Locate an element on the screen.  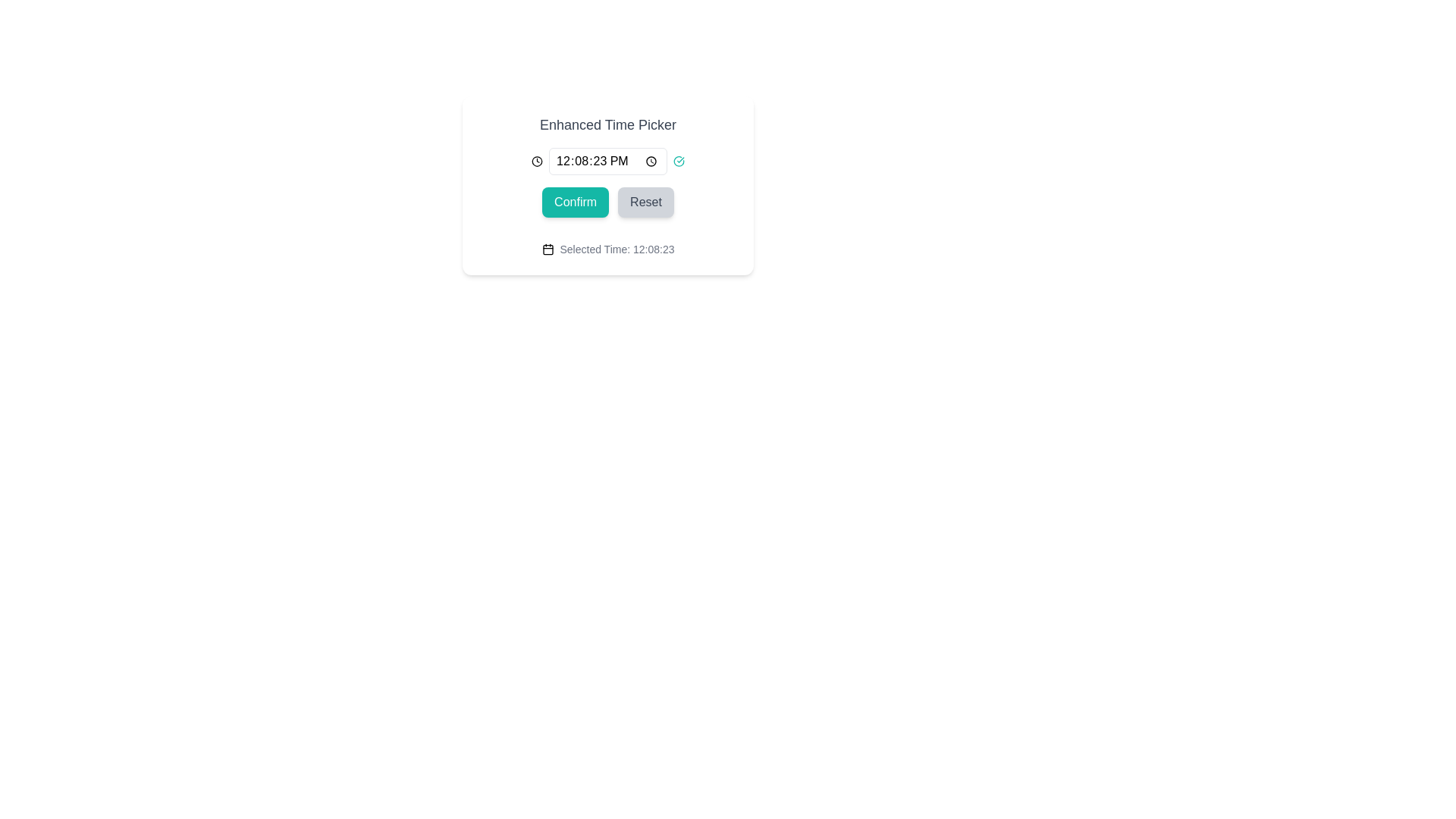
the circular teal check icon located at the far right of the row that contains the time display is located at coordinates (678, 161).